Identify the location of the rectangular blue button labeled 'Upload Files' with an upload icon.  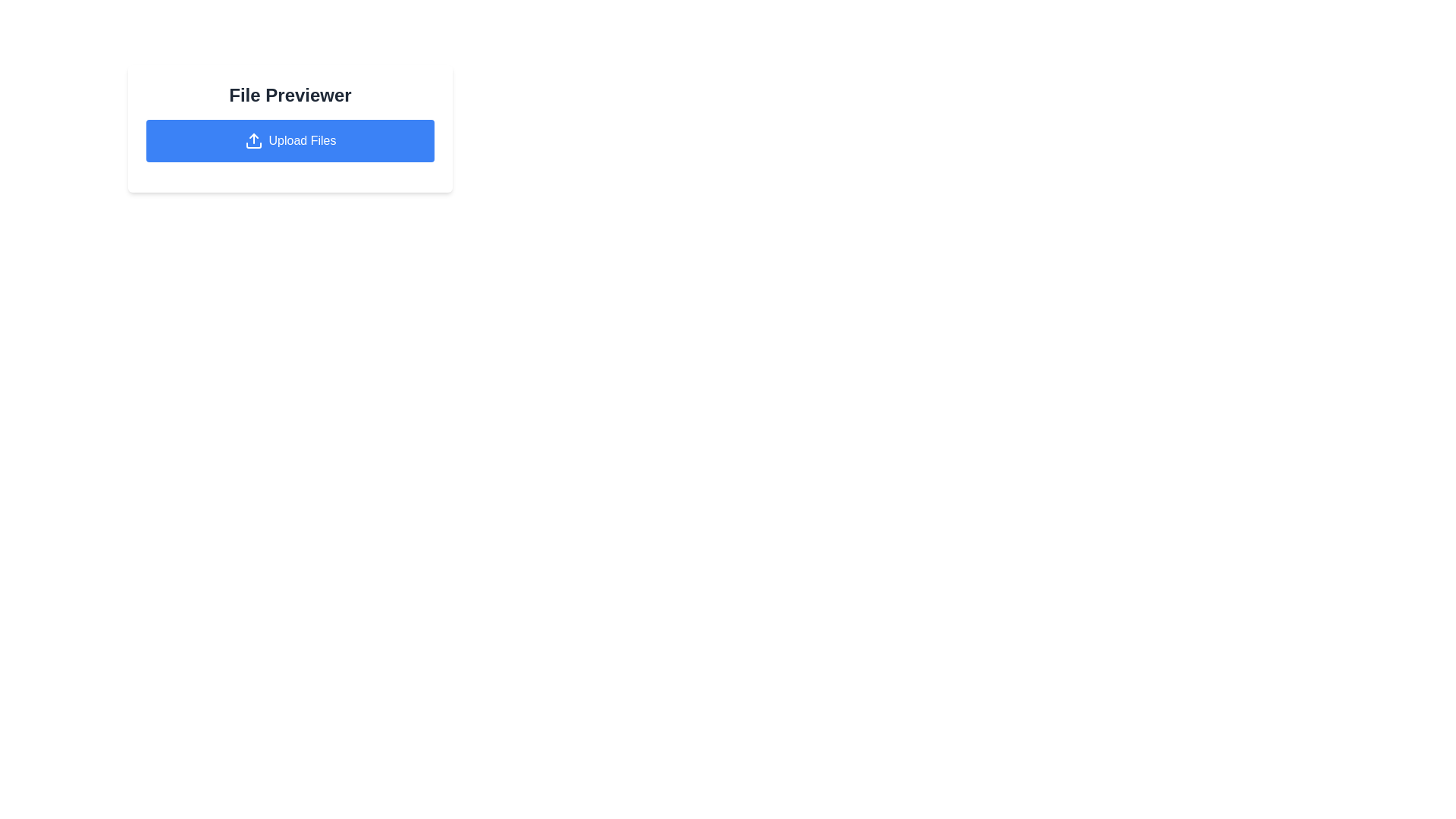
(290, 140).